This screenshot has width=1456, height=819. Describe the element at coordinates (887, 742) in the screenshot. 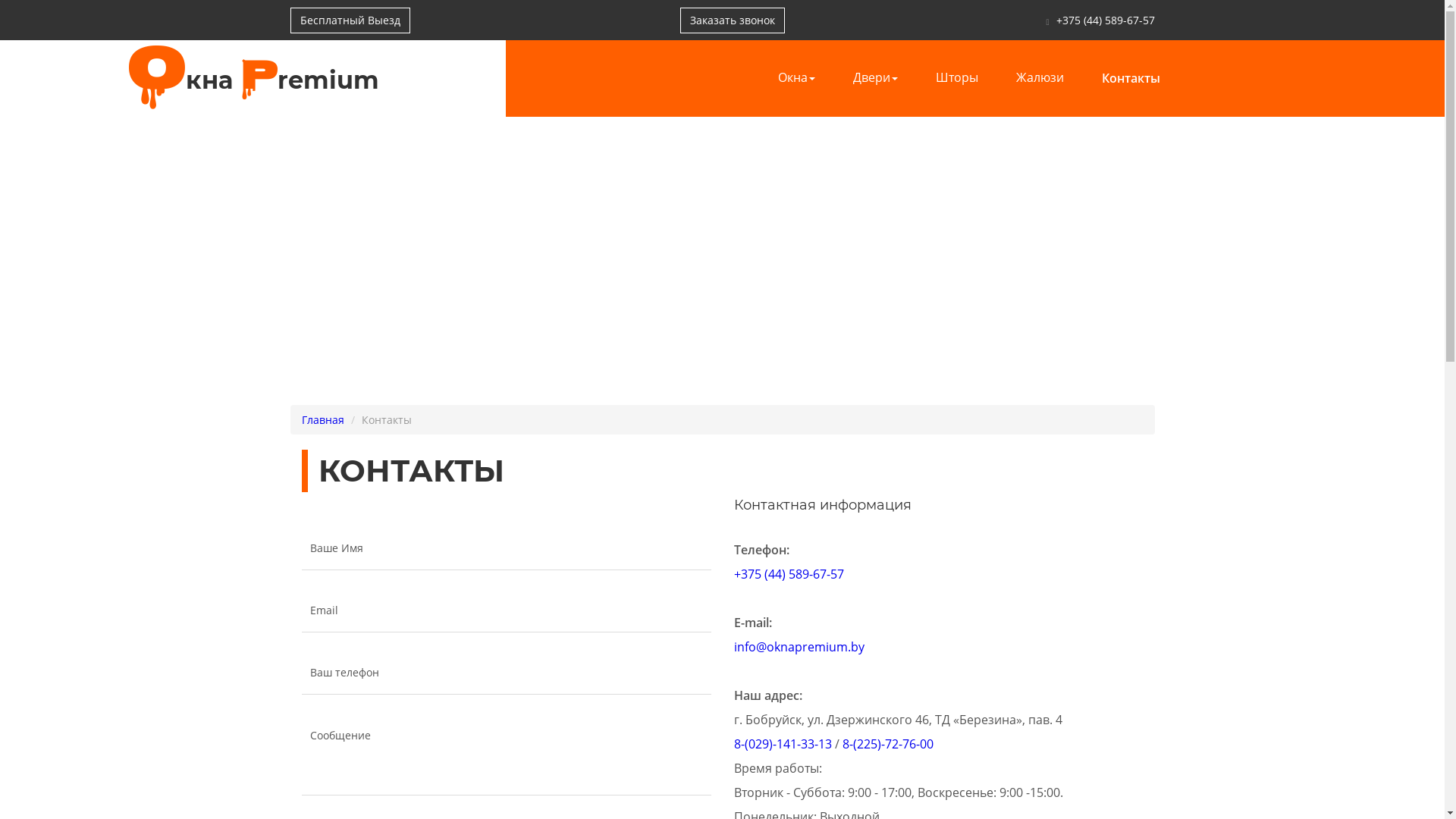

I see `'8-(225)-72-76-00'` at that location.